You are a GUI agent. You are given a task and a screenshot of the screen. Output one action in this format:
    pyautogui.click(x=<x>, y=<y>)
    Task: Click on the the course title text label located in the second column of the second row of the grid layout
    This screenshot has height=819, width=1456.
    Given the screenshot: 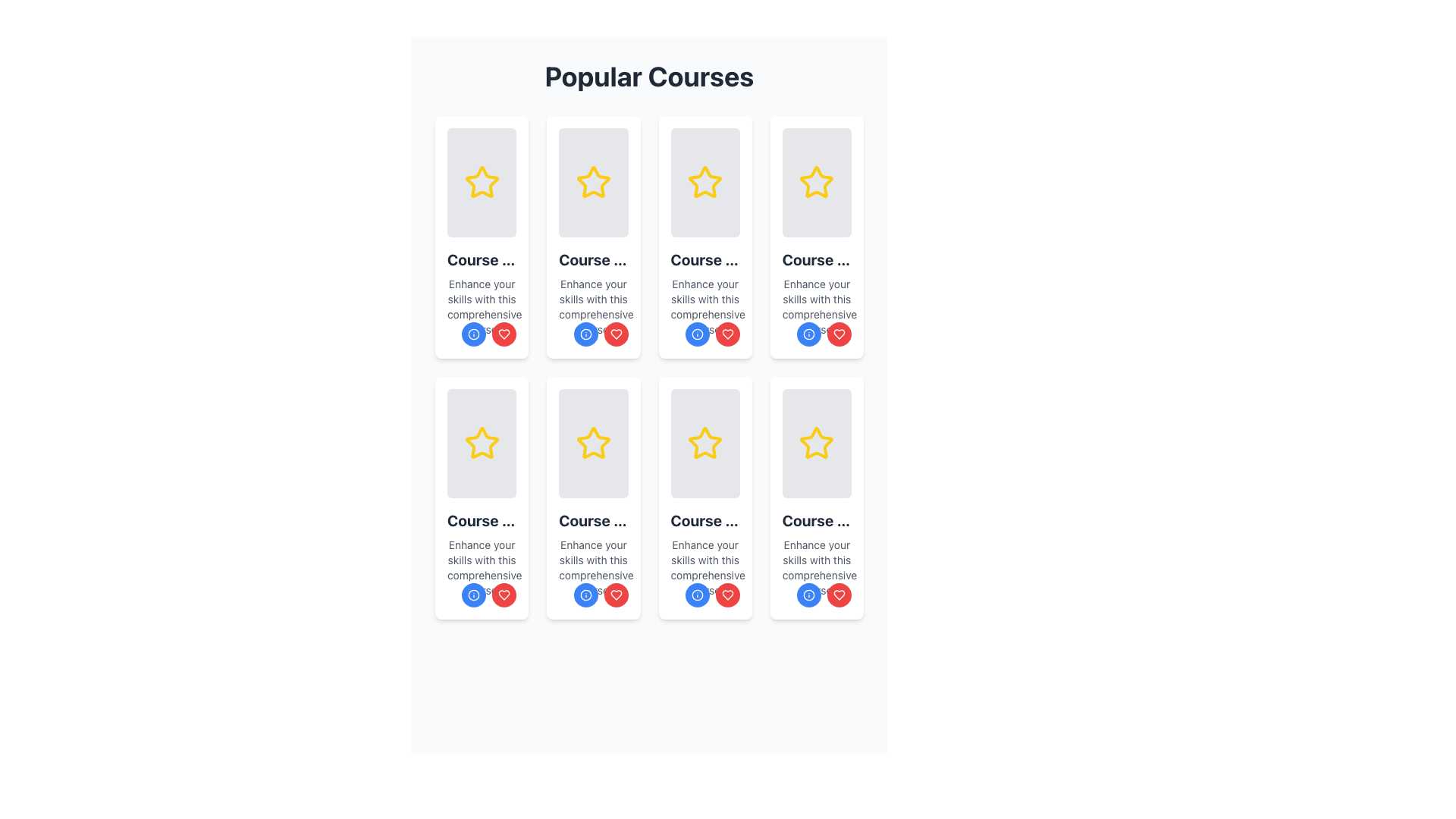 What is the action you would take?
    pyautogui.click(x=592, y=519)
    